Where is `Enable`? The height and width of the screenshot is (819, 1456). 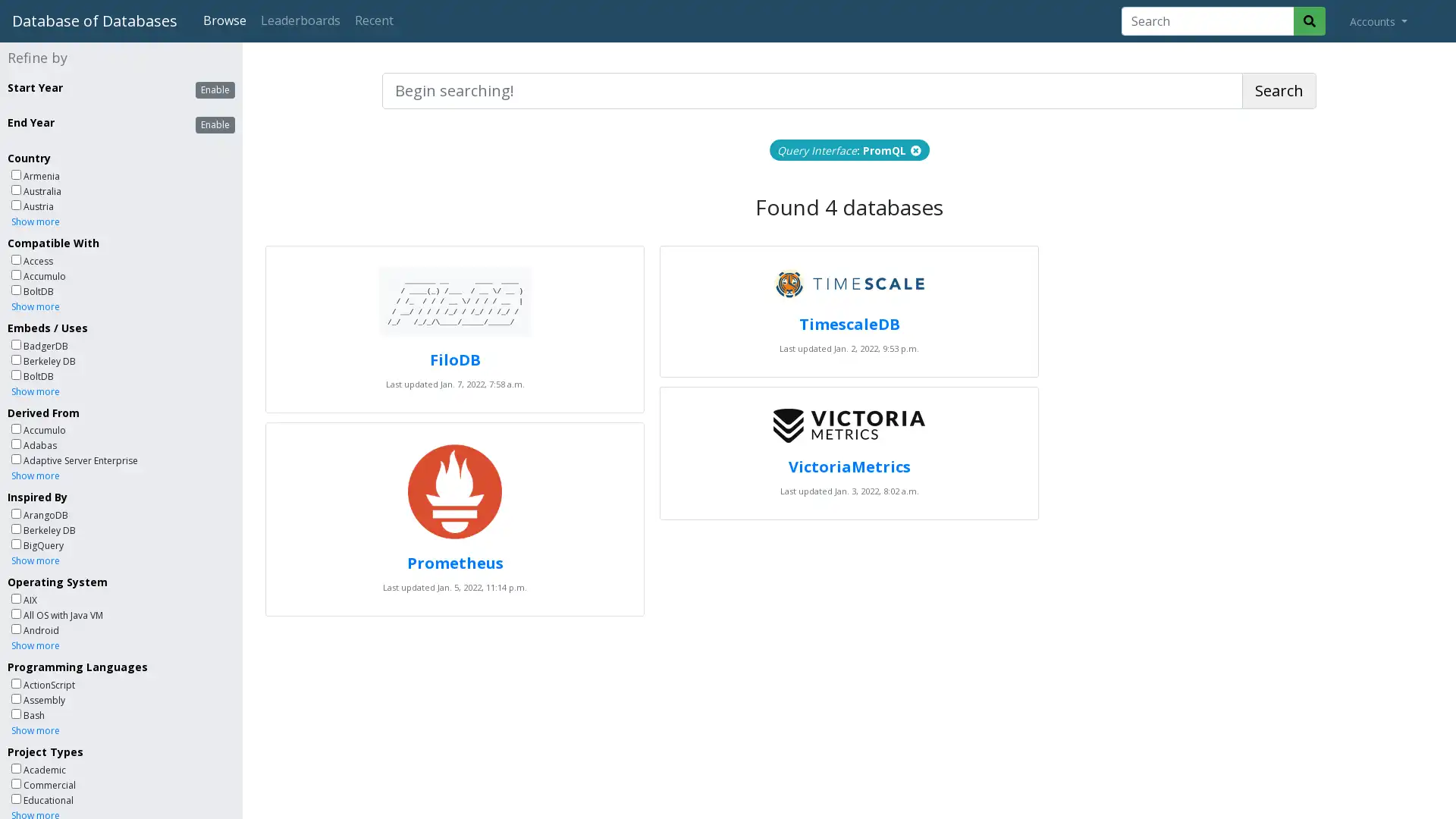 Enable is located at coordinates (214, 124).